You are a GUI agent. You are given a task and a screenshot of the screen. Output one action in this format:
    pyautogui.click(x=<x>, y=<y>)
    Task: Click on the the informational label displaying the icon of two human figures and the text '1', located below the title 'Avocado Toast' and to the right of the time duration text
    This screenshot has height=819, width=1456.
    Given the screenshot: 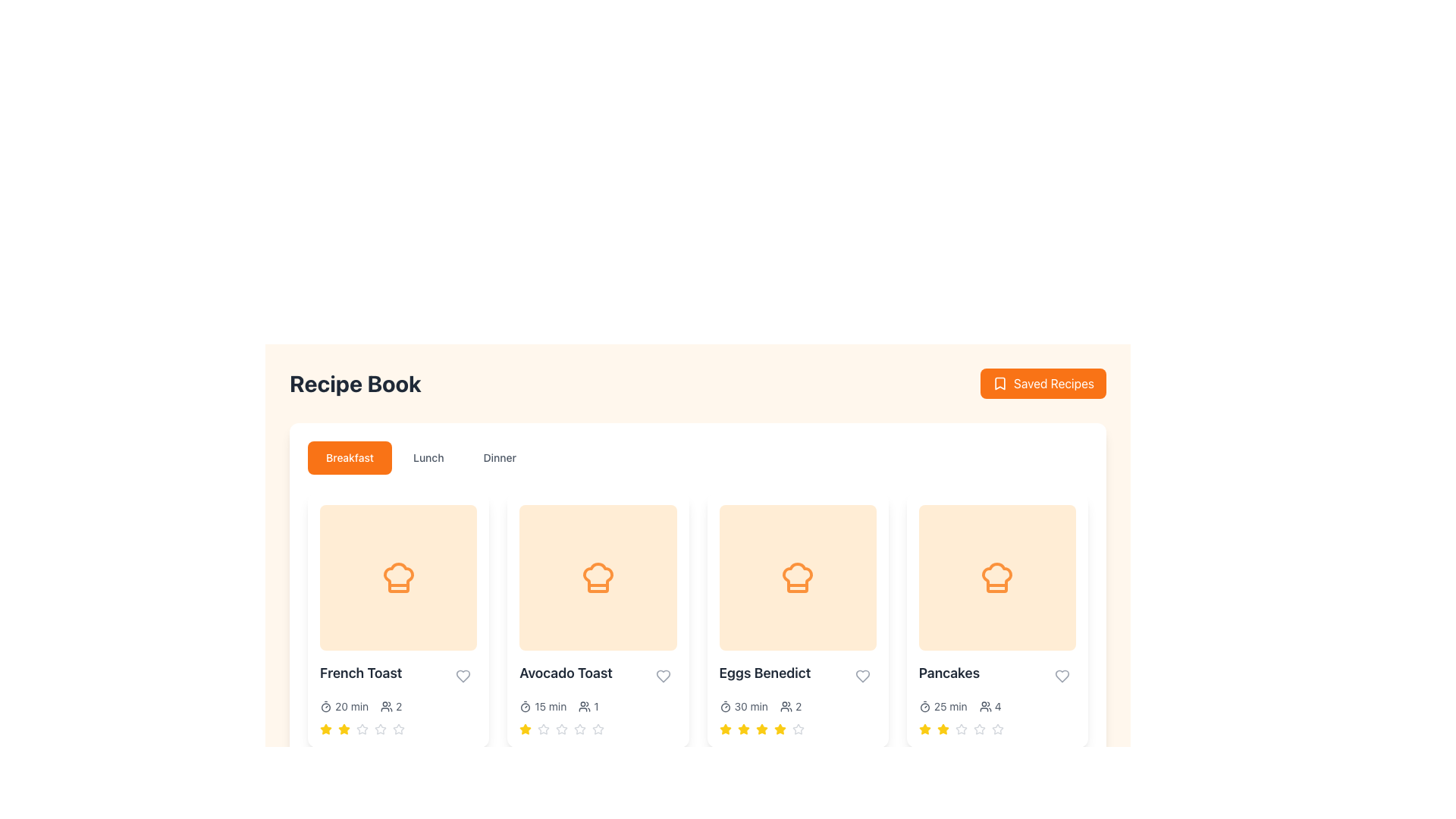 What is the action you would take?
    pyautogui.click(x=588, y=707)
    